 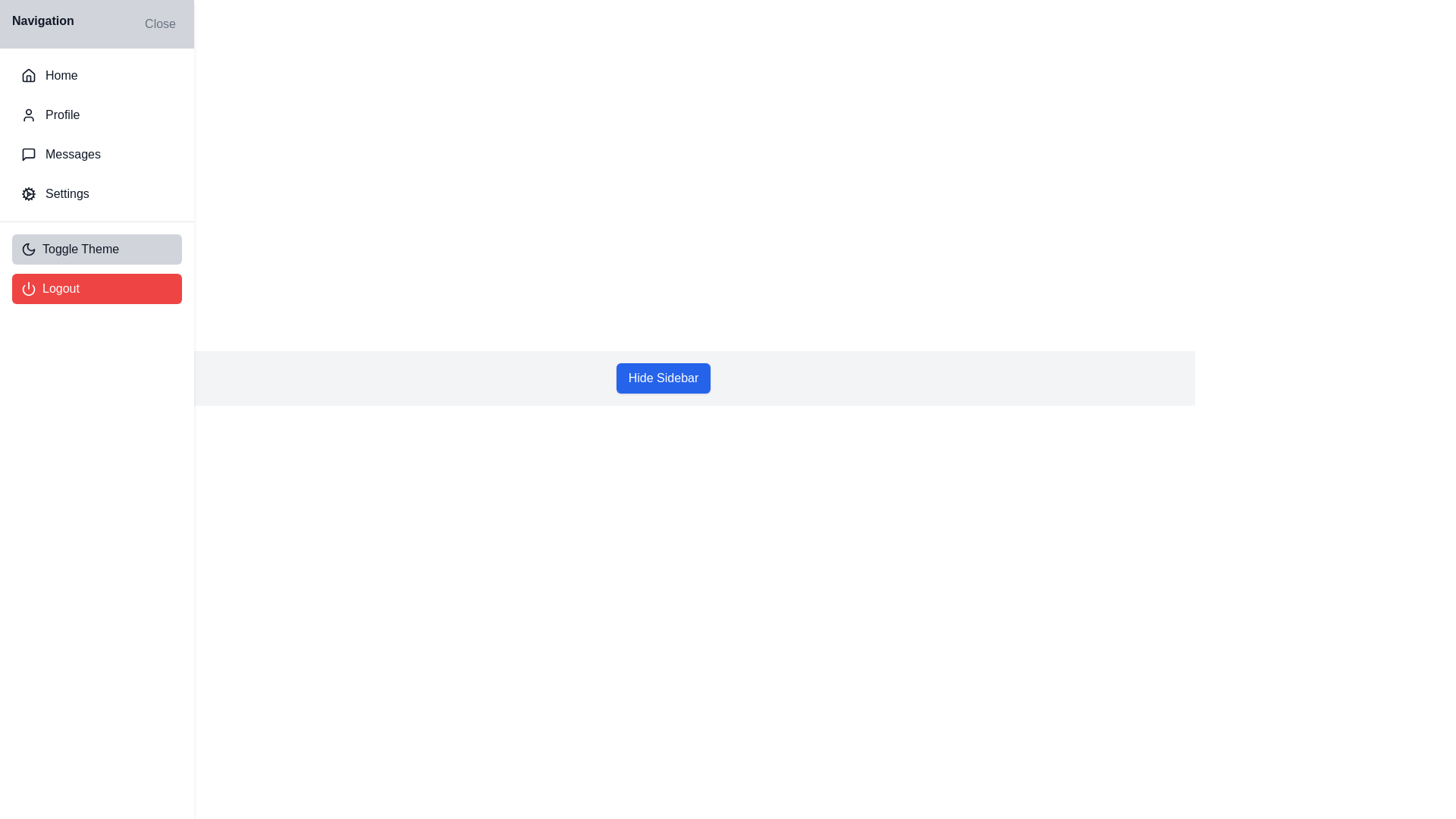 I want to click on the 'Profile' navigation link in the interactive sidebar menu, so click(x=96, y=114).